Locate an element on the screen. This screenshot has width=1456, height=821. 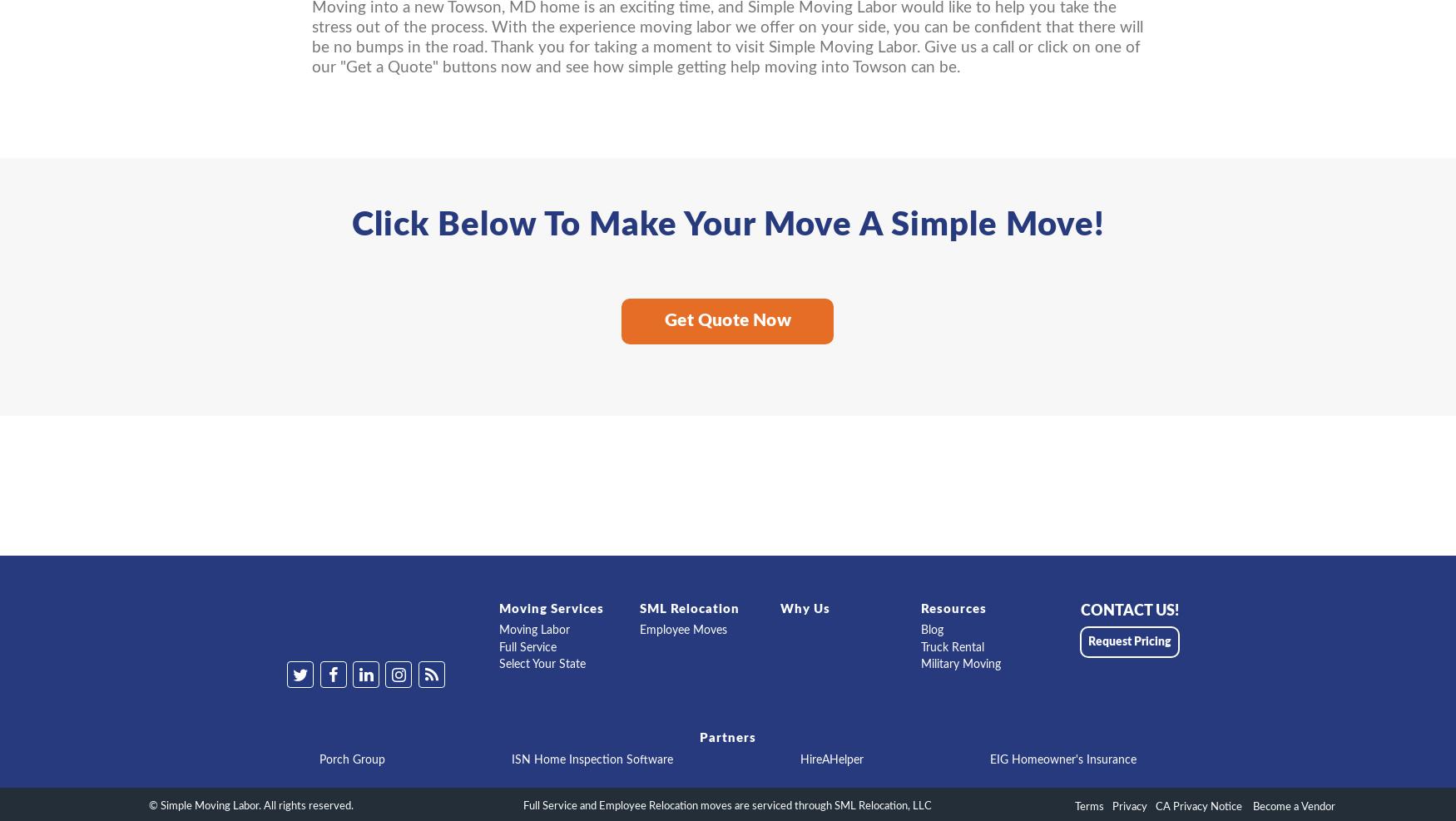
'Privacy' is located at coordinates (1128, 807).